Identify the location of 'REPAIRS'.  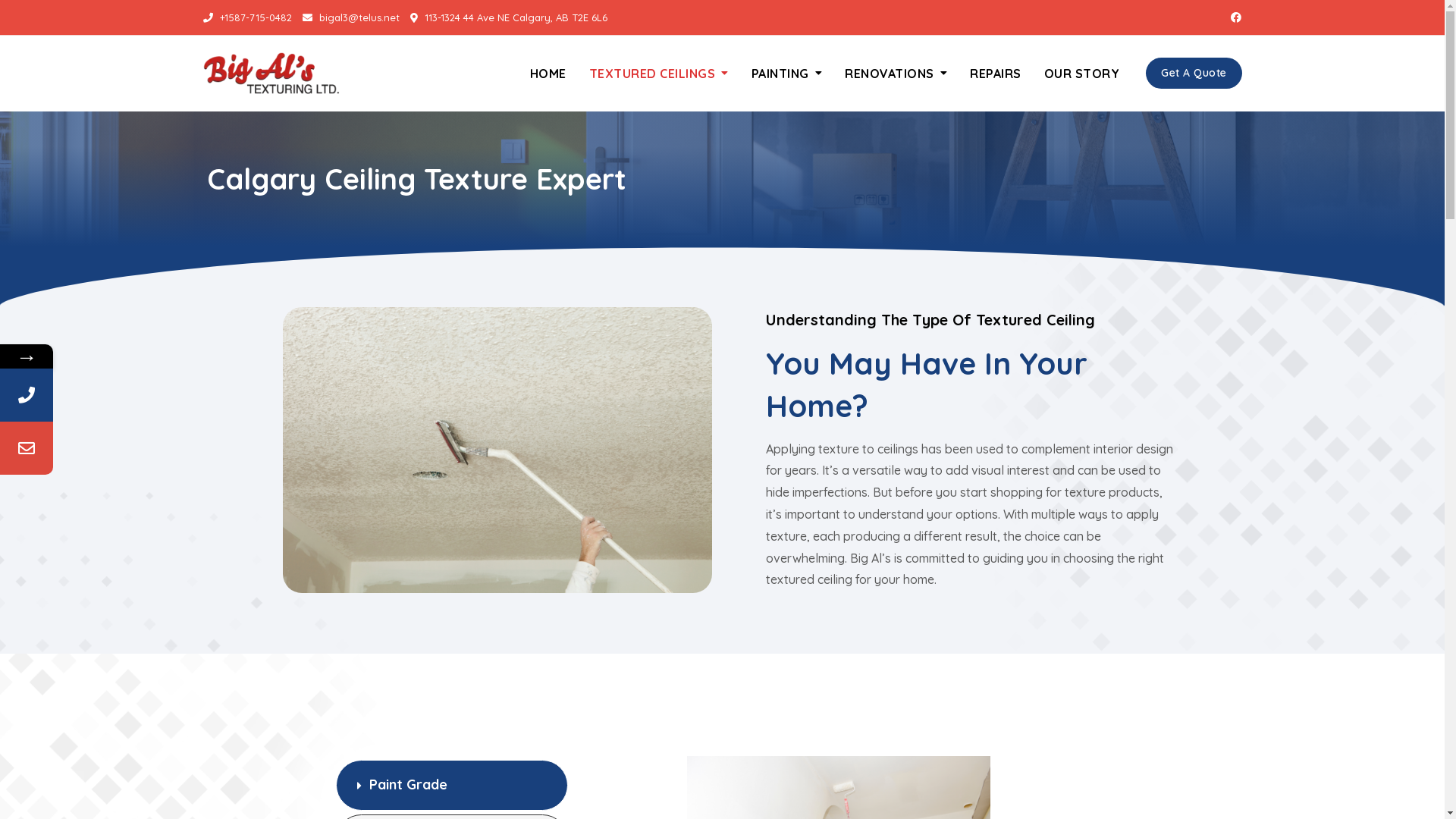
(996, 73).